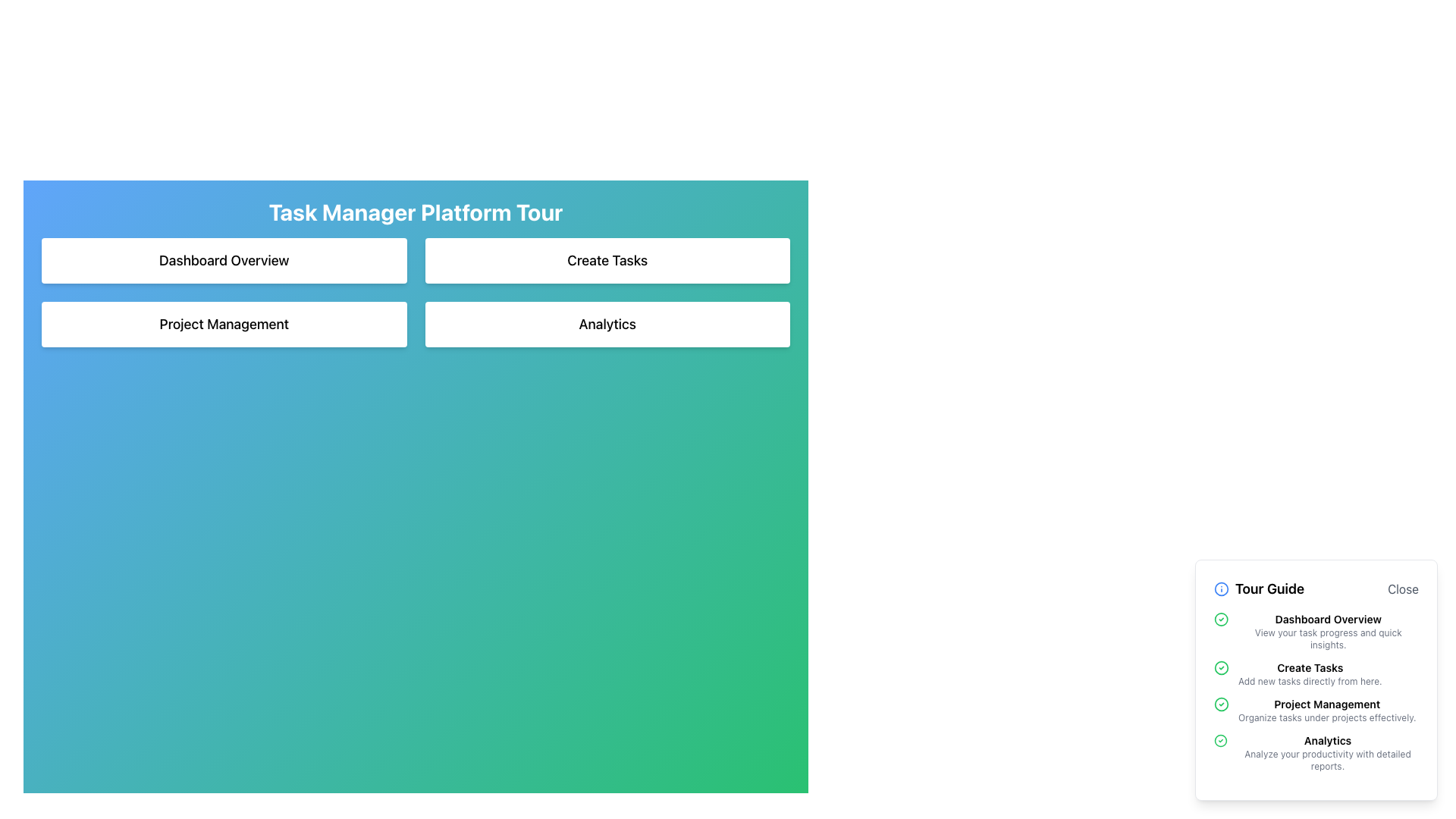  What do you see at coordinates (1222, 704) in the screenshot?
I see `the circular icon with a green outline and a checkmark in its center located in the 'Tour Guide' section adjacent to the text 'Project Management'` at bounding box center [1222, 704].